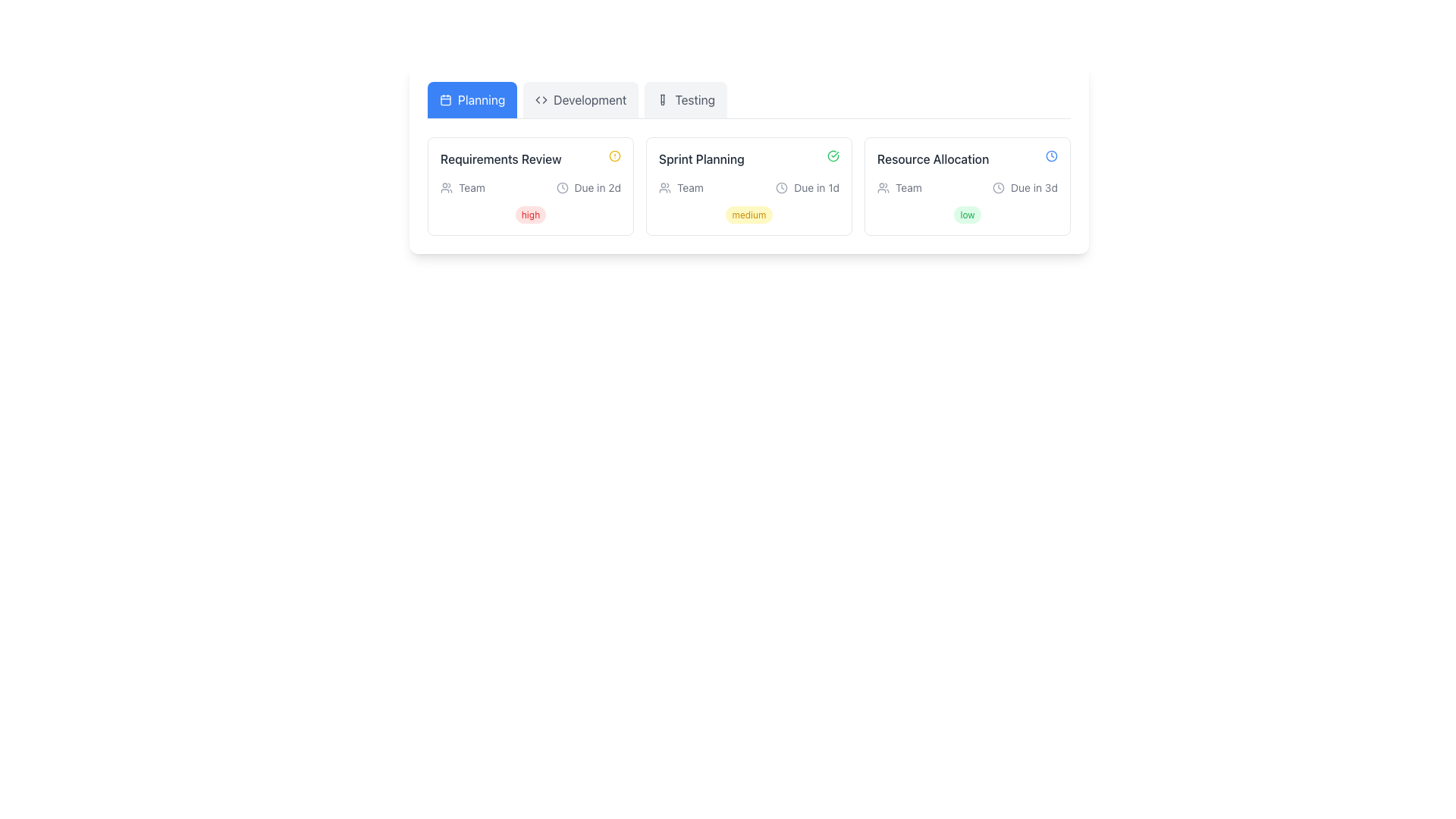 This screenshot has width=1456, height=819. I want to click on text content of the label that displays 'Due in 1d', which is styled with a smaller font size and gray color, located to the right of a clock icon in the 'Sprint Planning' section, so click(816, 187).